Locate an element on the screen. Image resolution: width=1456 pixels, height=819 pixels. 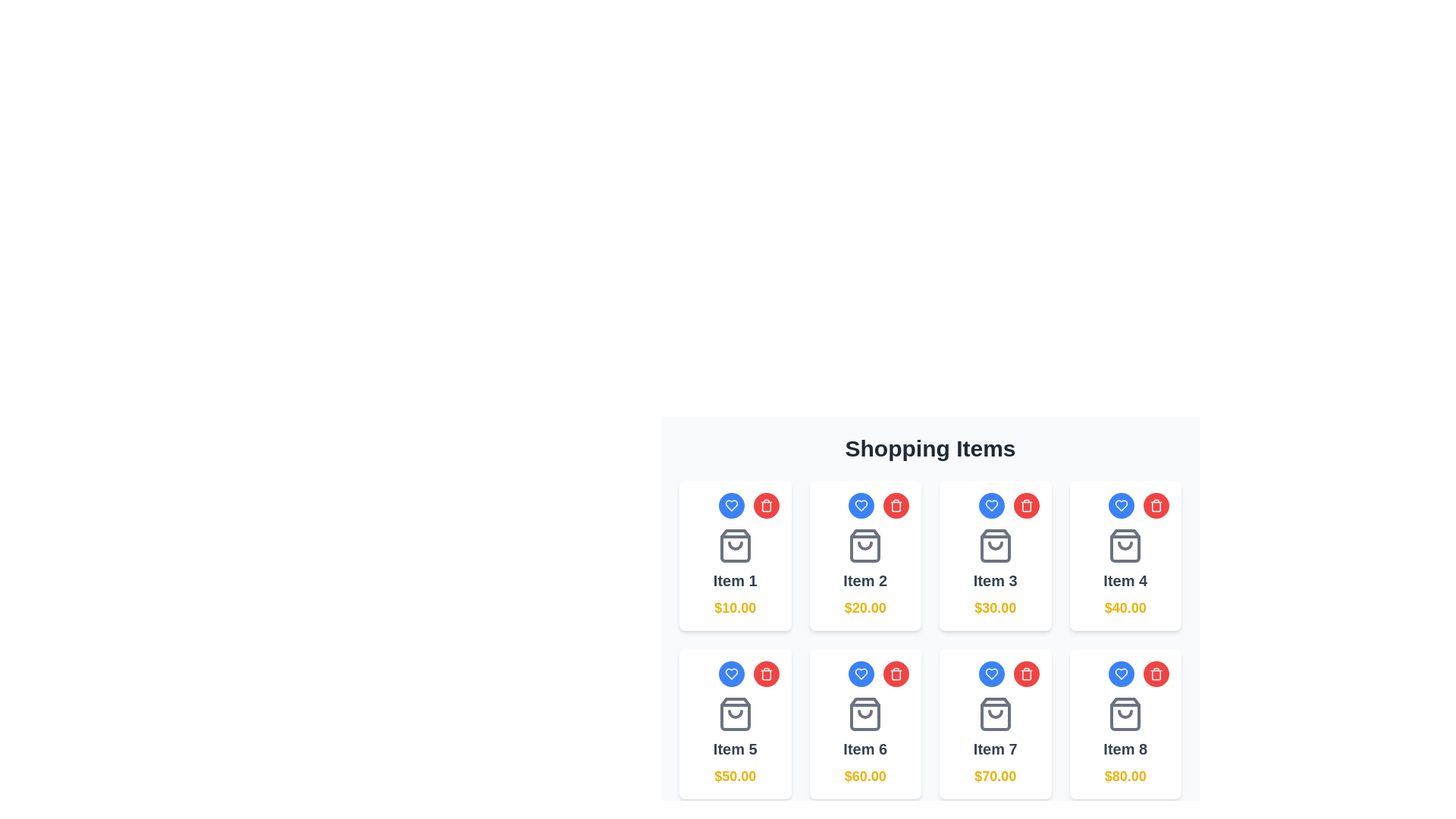
the shopping bag icon located under 'Item 8' and above the price '$80.00' in the eighth shopping item card to focus on it is located at coordinates (1125, 714).